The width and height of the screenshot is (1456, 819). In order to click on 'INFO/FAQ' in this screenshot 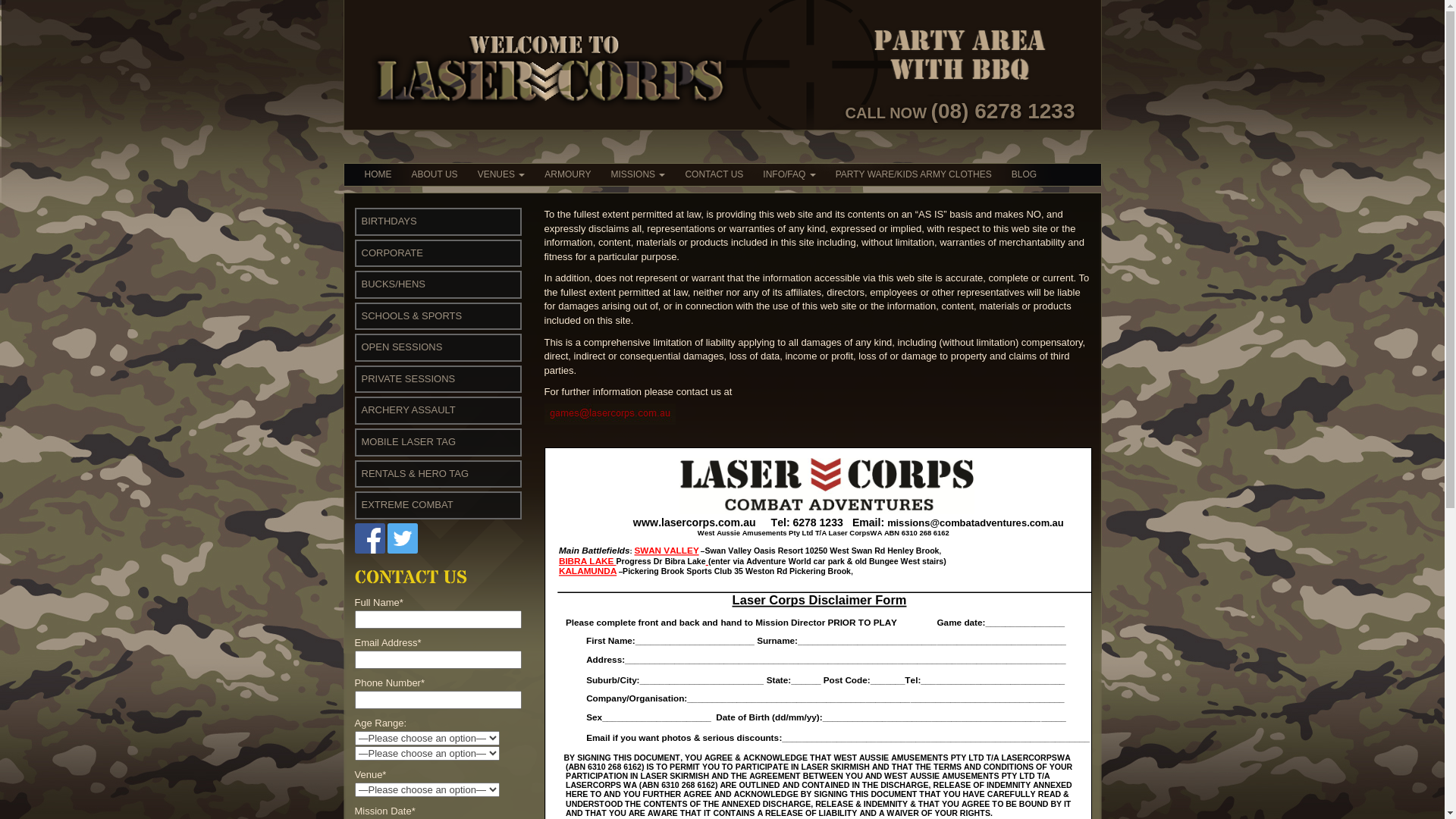, I will do `click(789, 174)`.